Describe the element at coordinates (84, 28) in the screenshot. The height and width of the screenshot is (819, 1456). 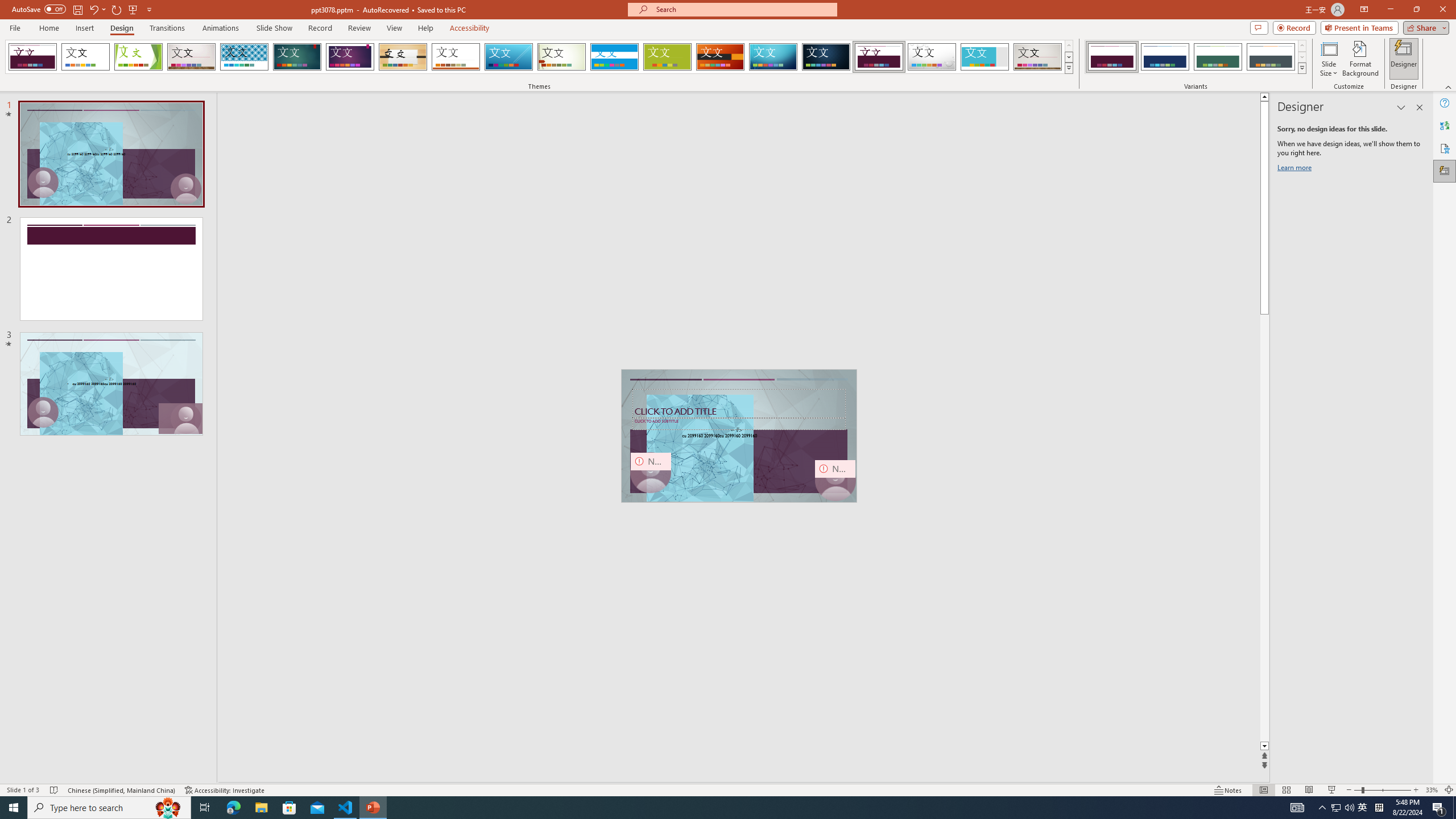
I see `'Insert'` at that location.